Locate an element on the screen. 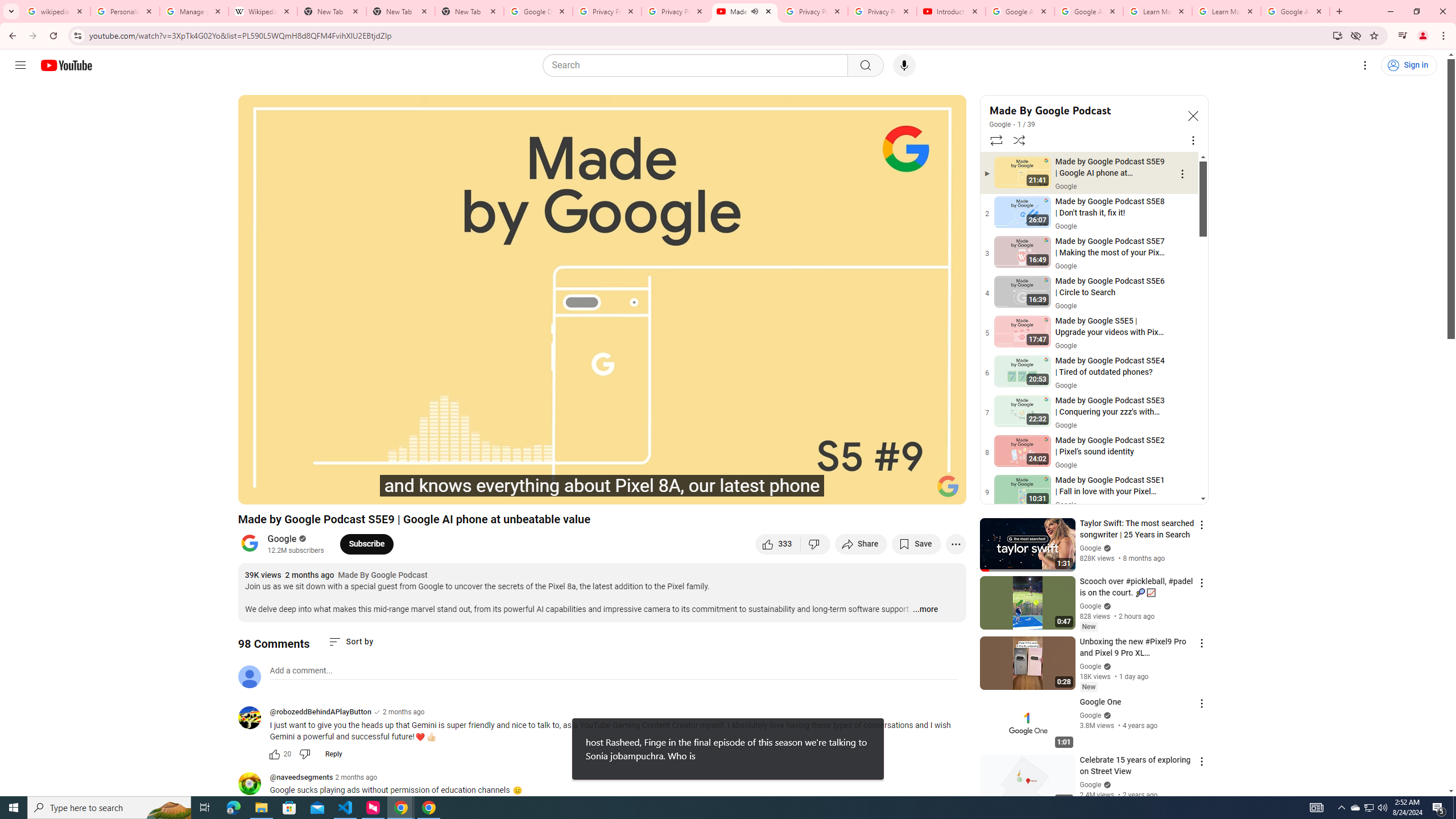 The width and height of the screenshot is (1456, 819). 'Manage your Location History - Google Search Help' is located at coordinates (194, 11).